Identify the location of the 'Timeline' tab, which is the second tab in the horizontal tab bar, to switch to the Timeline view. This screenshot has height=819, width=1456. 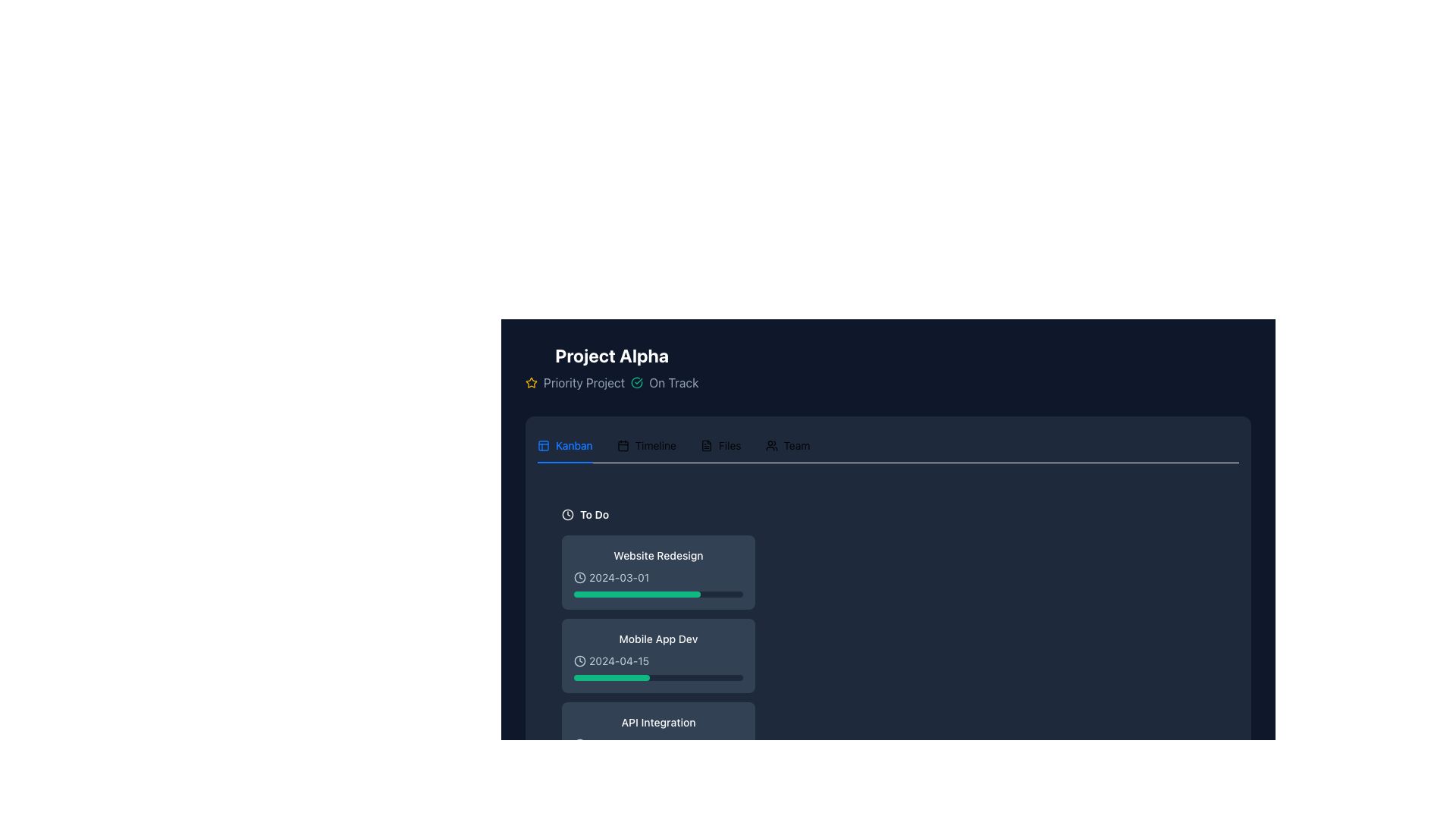
(646, 444).